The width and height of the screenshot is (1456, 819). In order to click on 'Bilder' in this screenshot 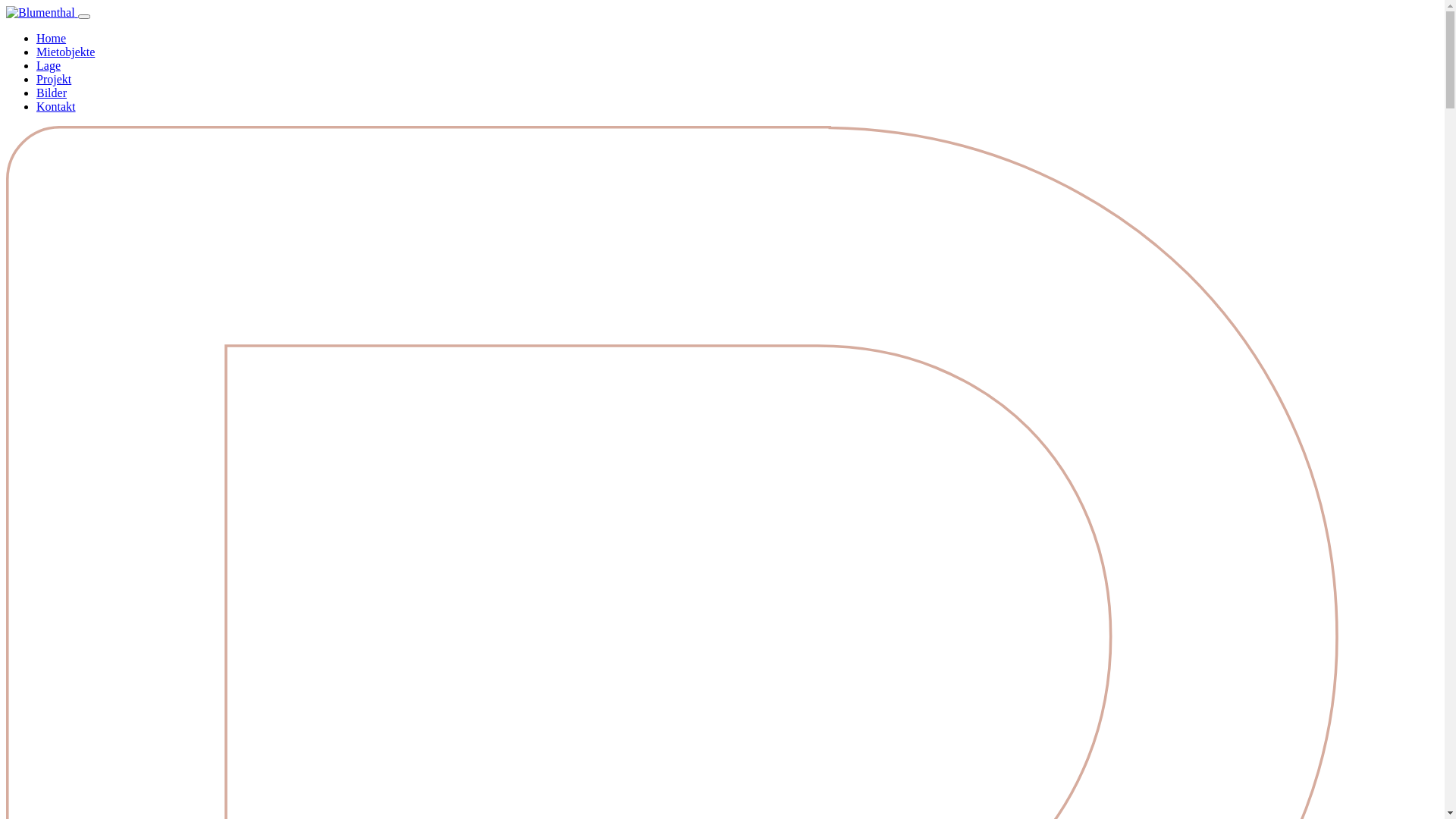, I will do `click(51, 93)`.